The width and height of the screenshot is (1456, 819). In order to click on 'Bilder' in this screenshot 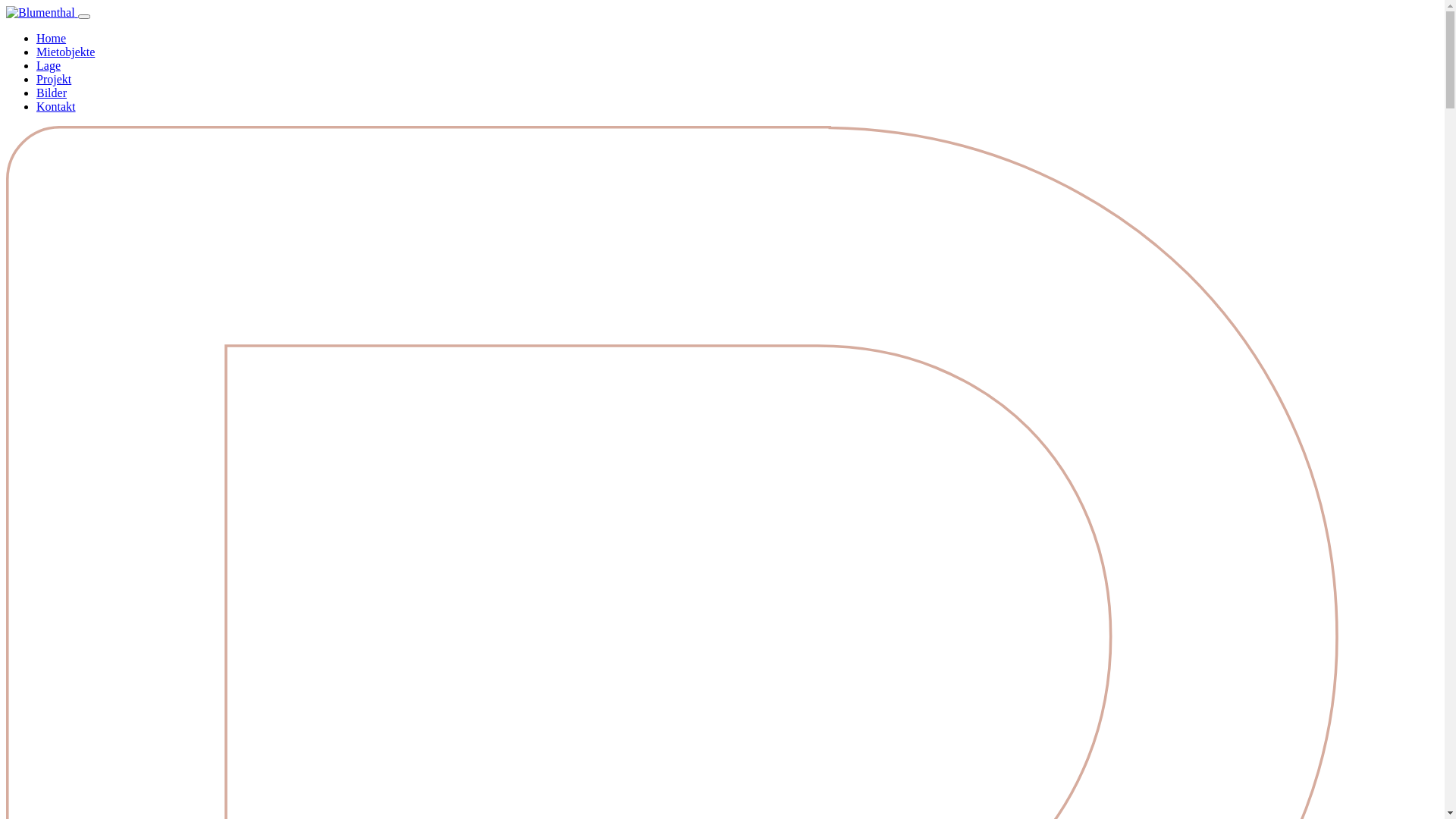, I will do `click(51, 93)`.